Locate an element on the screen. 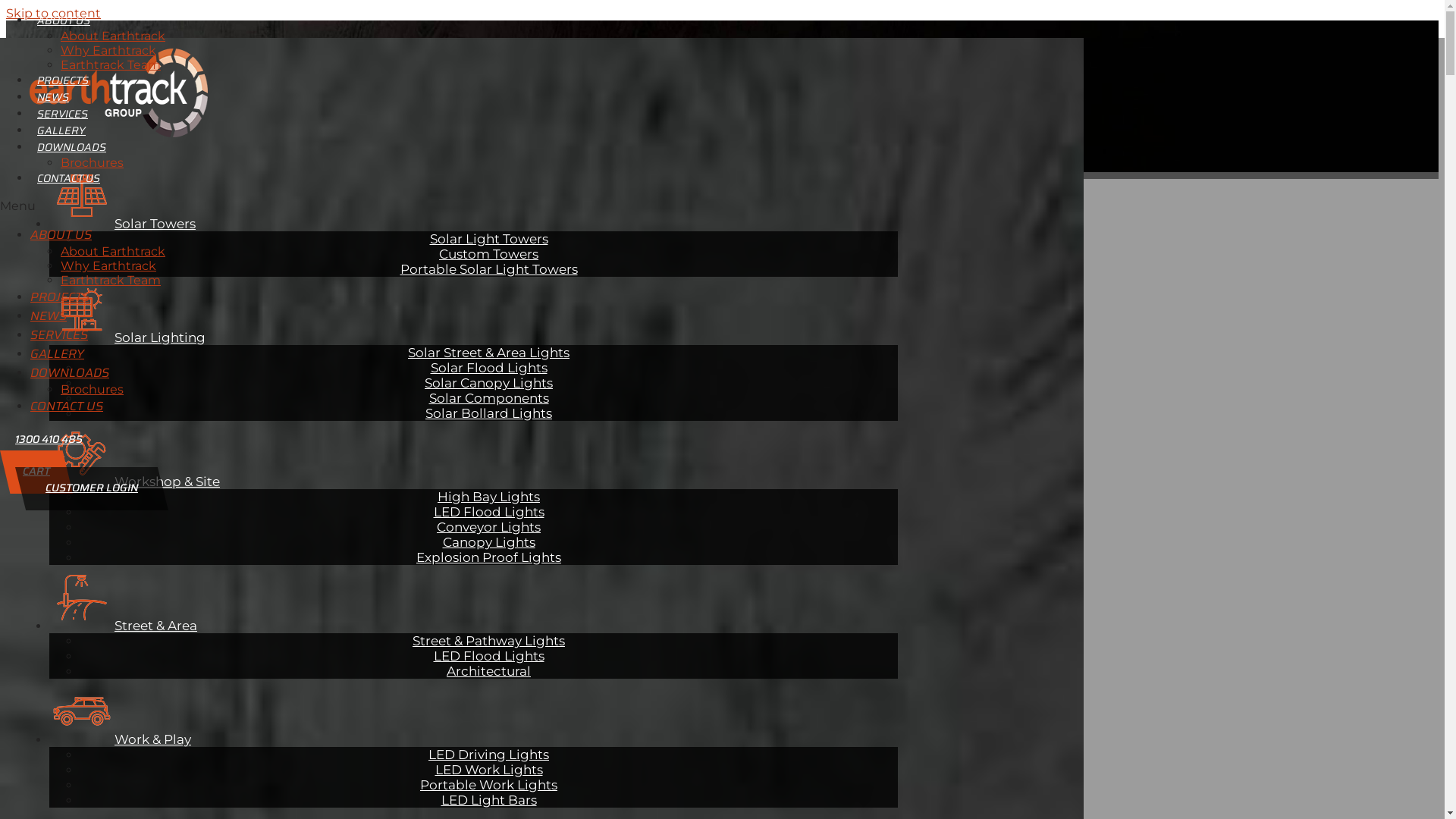  'Solar Canopy Lights' is located at coordinates (417, 381).